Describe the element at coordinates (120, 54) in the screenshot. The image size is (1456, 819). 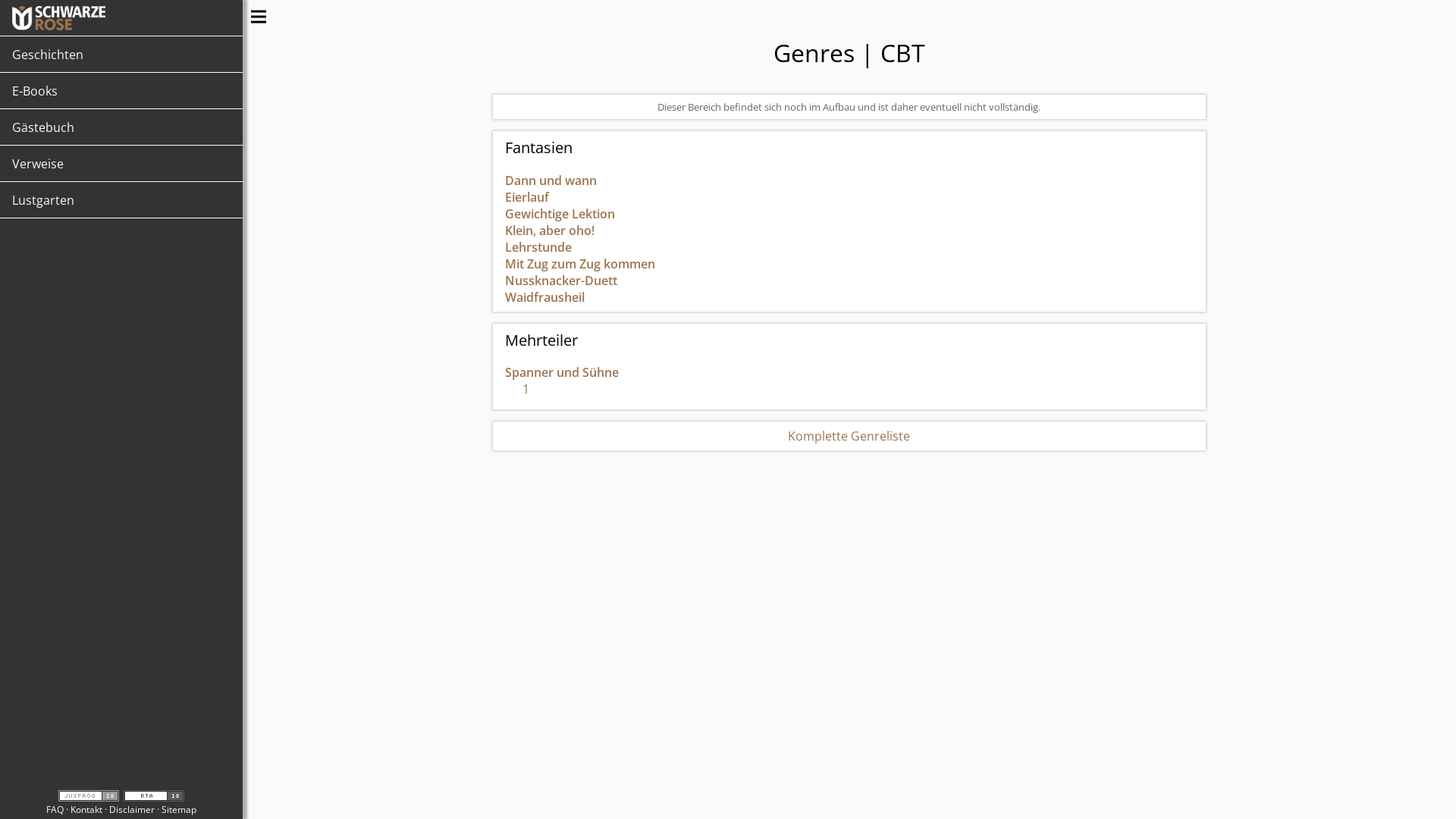
I see `'Geschichten'` at that location.